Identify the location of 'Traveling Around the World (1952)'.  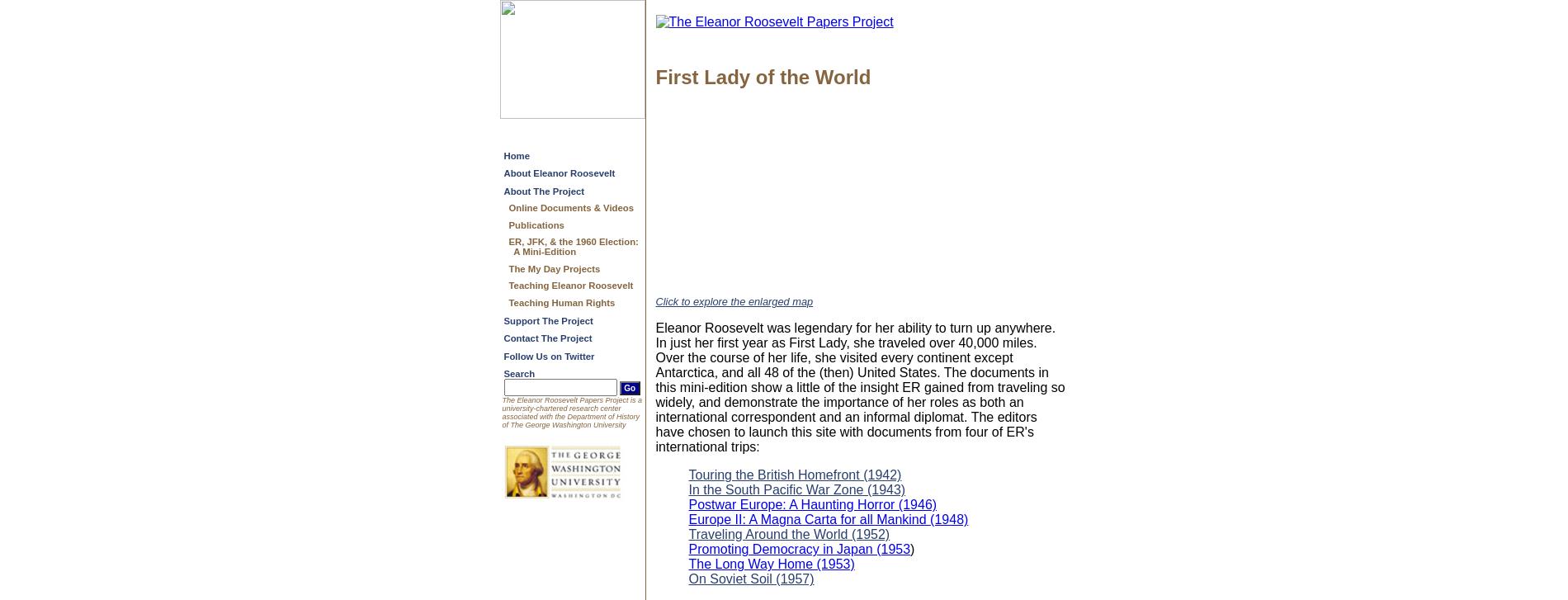
(789, 533).